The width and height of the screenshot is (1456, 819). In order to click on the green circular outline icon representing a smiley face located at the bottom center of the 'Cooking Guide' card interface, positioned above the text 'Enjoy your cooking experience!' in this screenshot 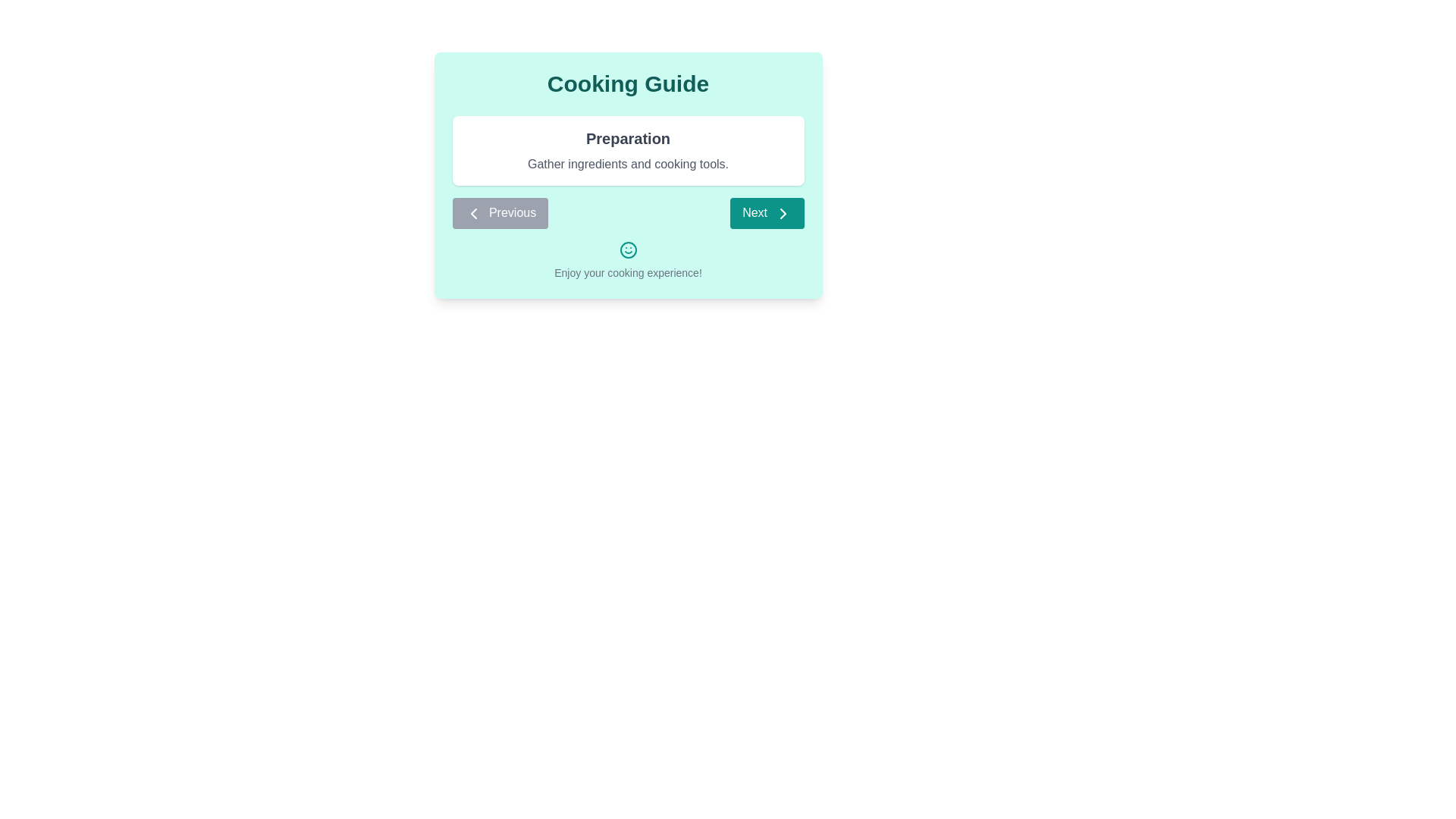, I will do `click(628, 249)`.